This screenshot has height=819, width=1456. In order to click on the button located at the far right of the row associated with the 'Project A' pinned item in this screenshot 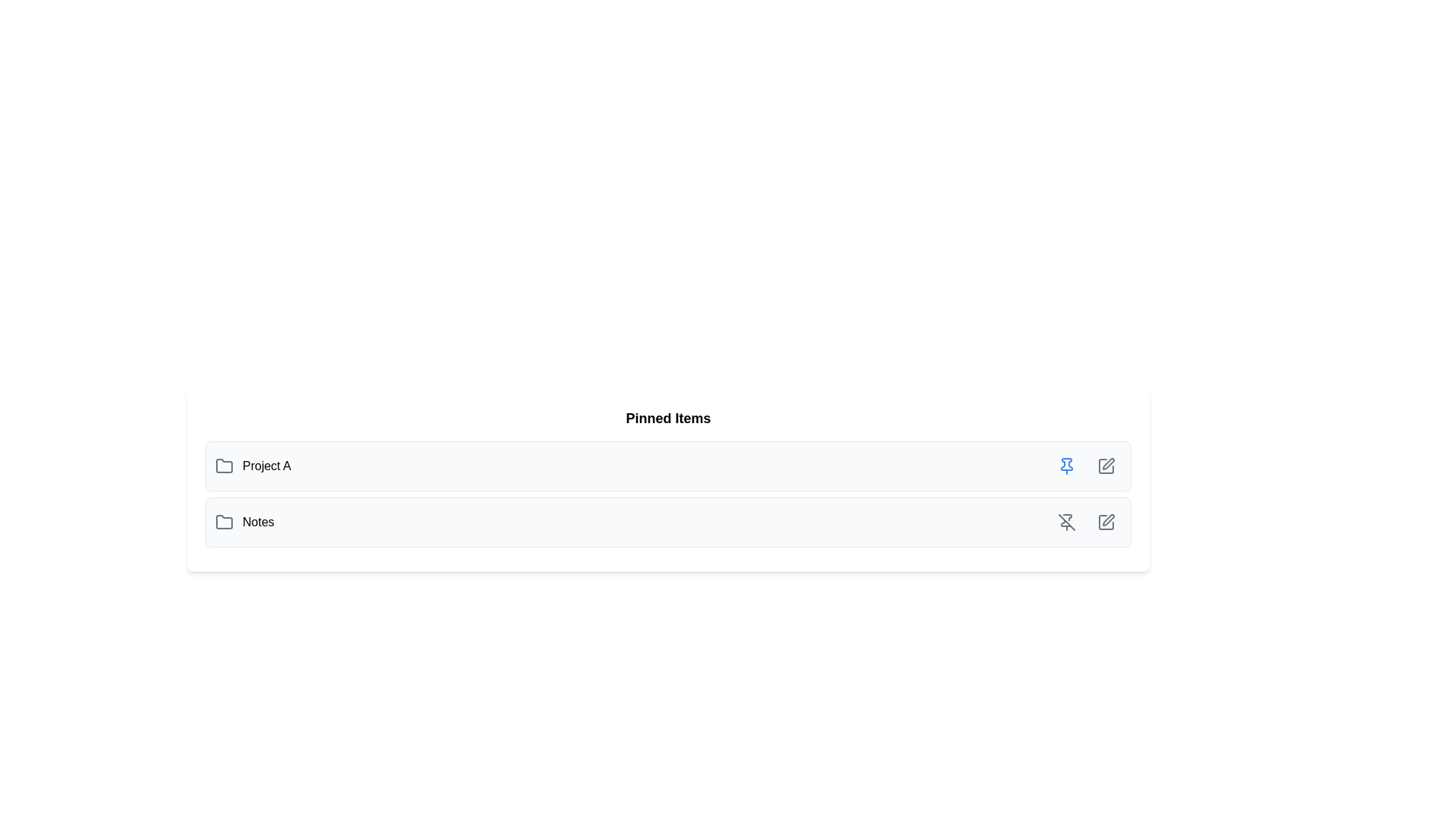, I will do `click(1106, 465)`.